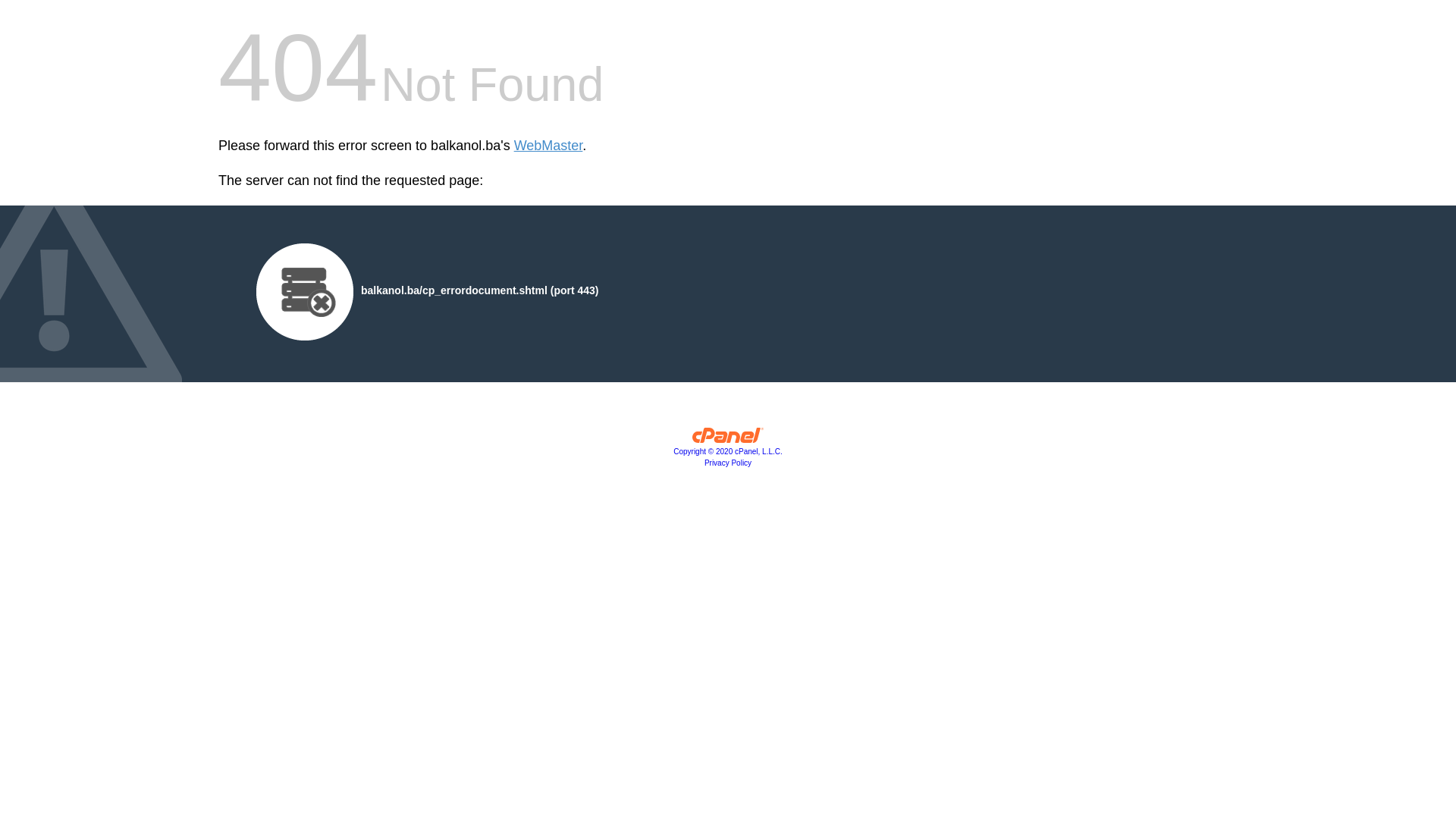  What do you see at coordinates (548, 146) in the screenshot?
I see `'WebMaster'` at bounding box center [548, 146].